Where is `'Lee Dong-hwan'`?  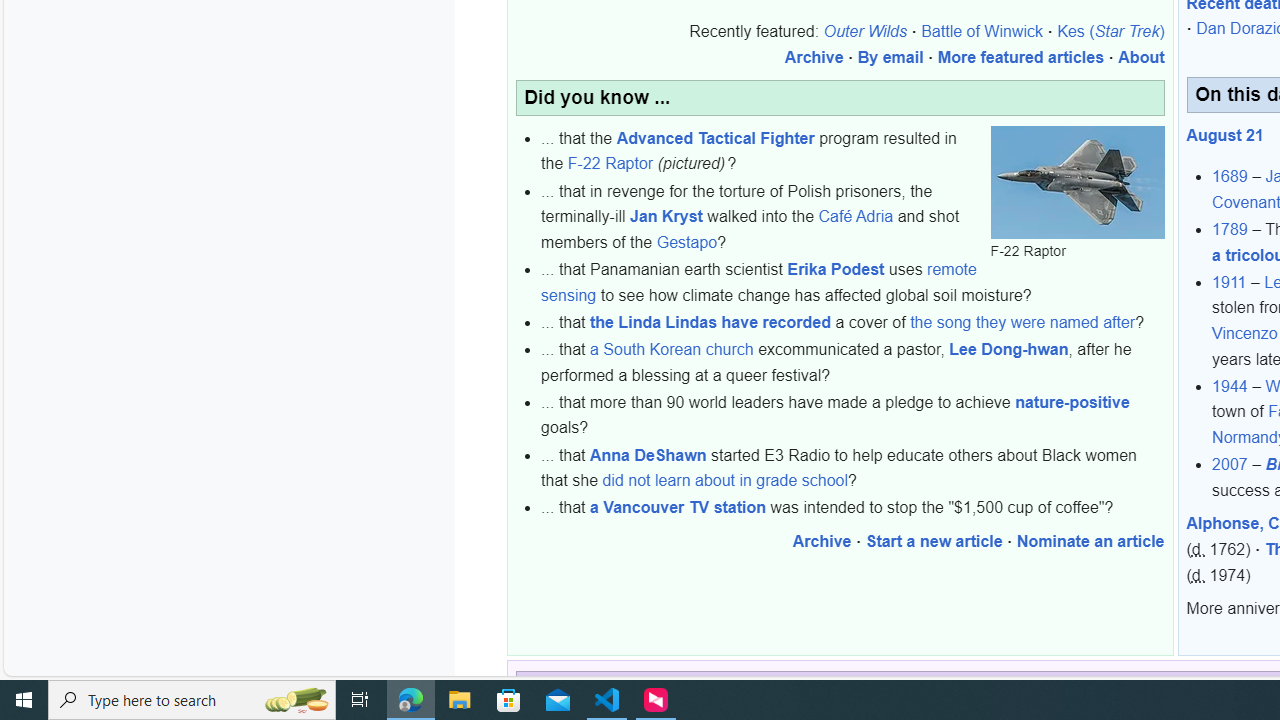 'Lee Dong-hwan' is located at coordinates (1008, 349).